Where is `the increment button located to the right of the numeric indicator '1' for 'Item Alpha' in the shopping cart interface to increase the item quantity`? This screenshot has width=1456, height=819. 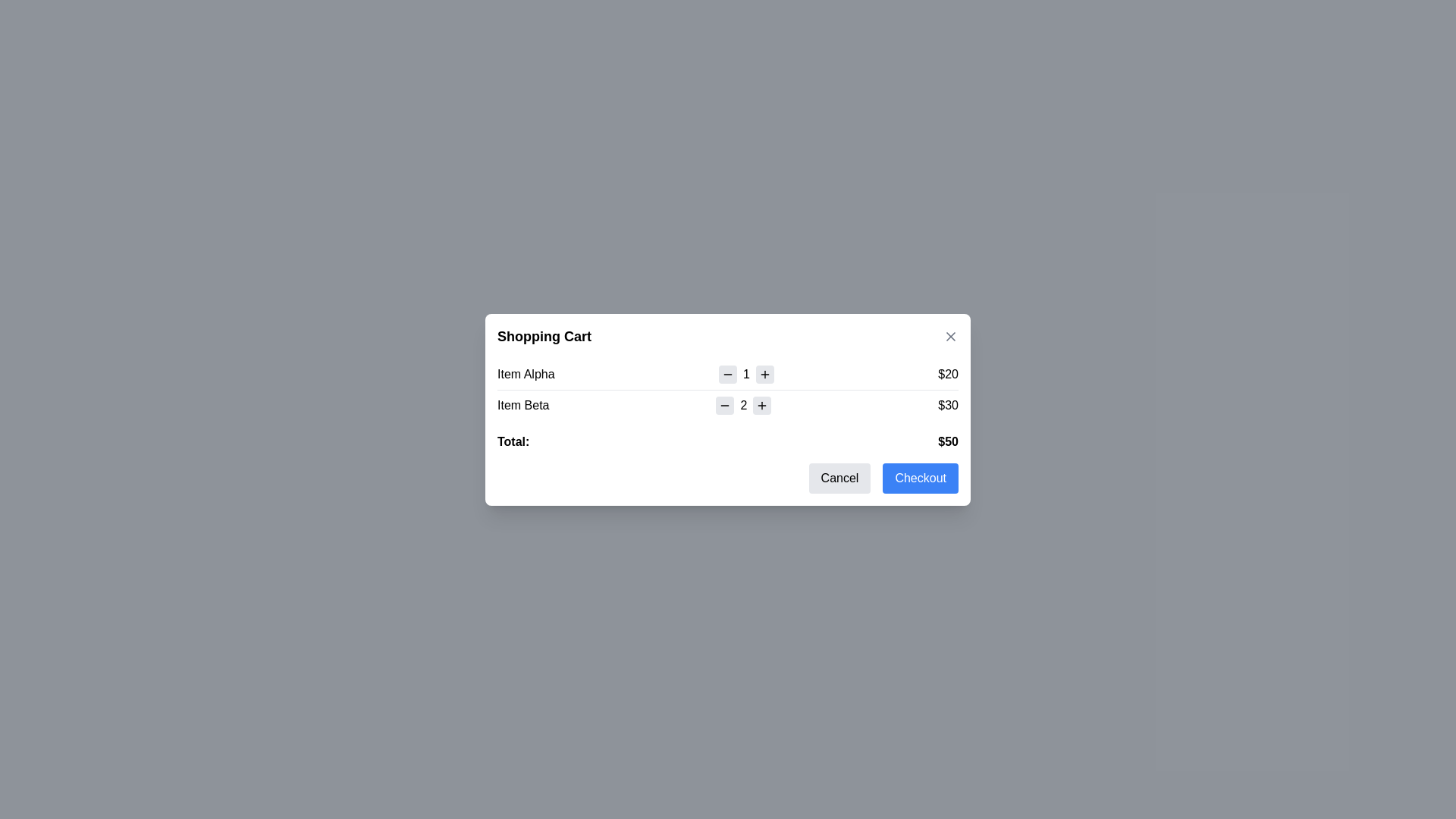 the increment button located to the right of the numeric indicator '1' for 'Item Alpha' in the shopping cart interface to increase the item quantity is located at coordinates (764, 374).